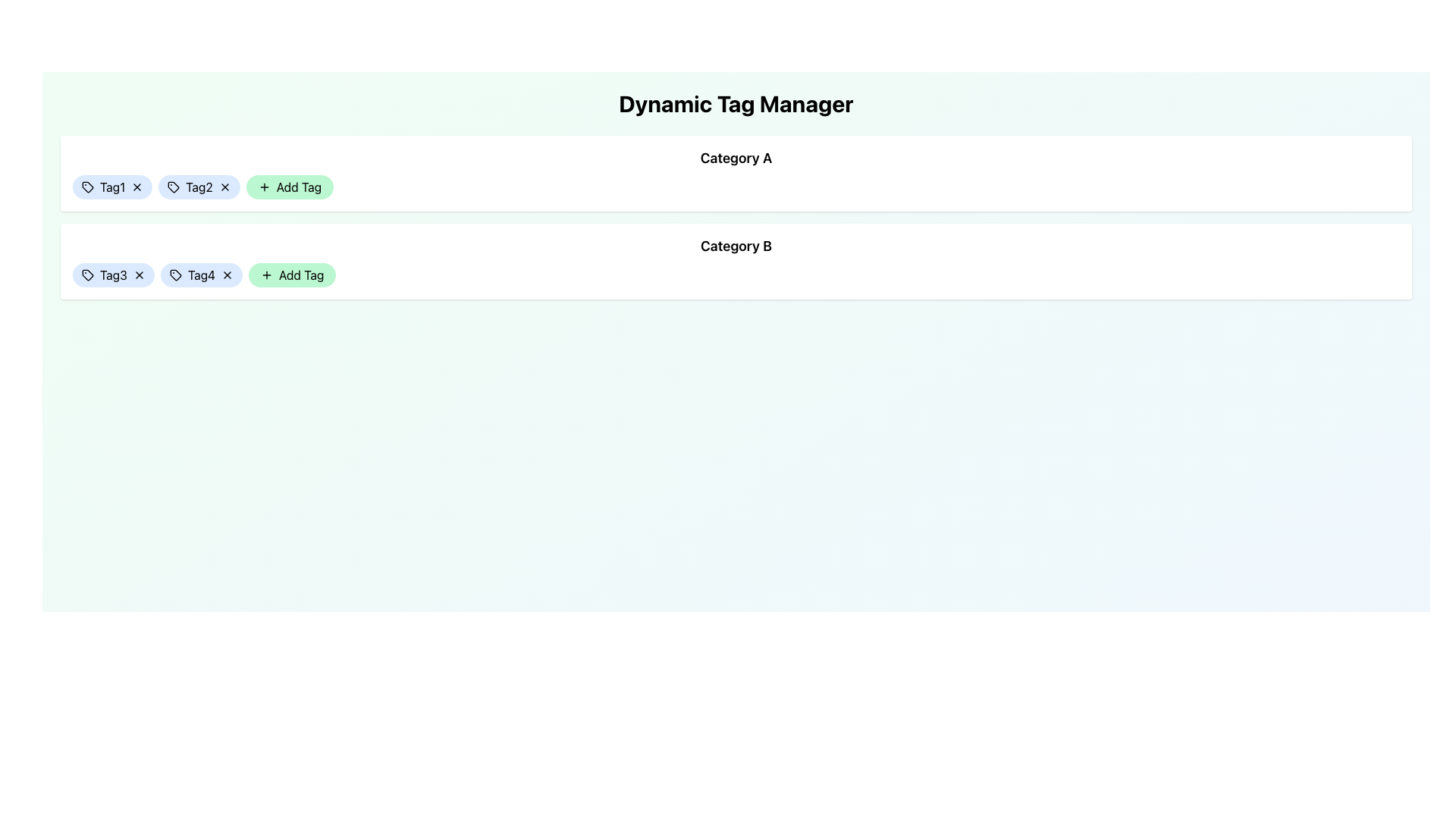 This screenshot has width=1456, height=819. What do you see at coordinates (200, 275) in the screenshot?
I see `the interactive tag labeled 'Tag4'` at bounding box center [200, 275].